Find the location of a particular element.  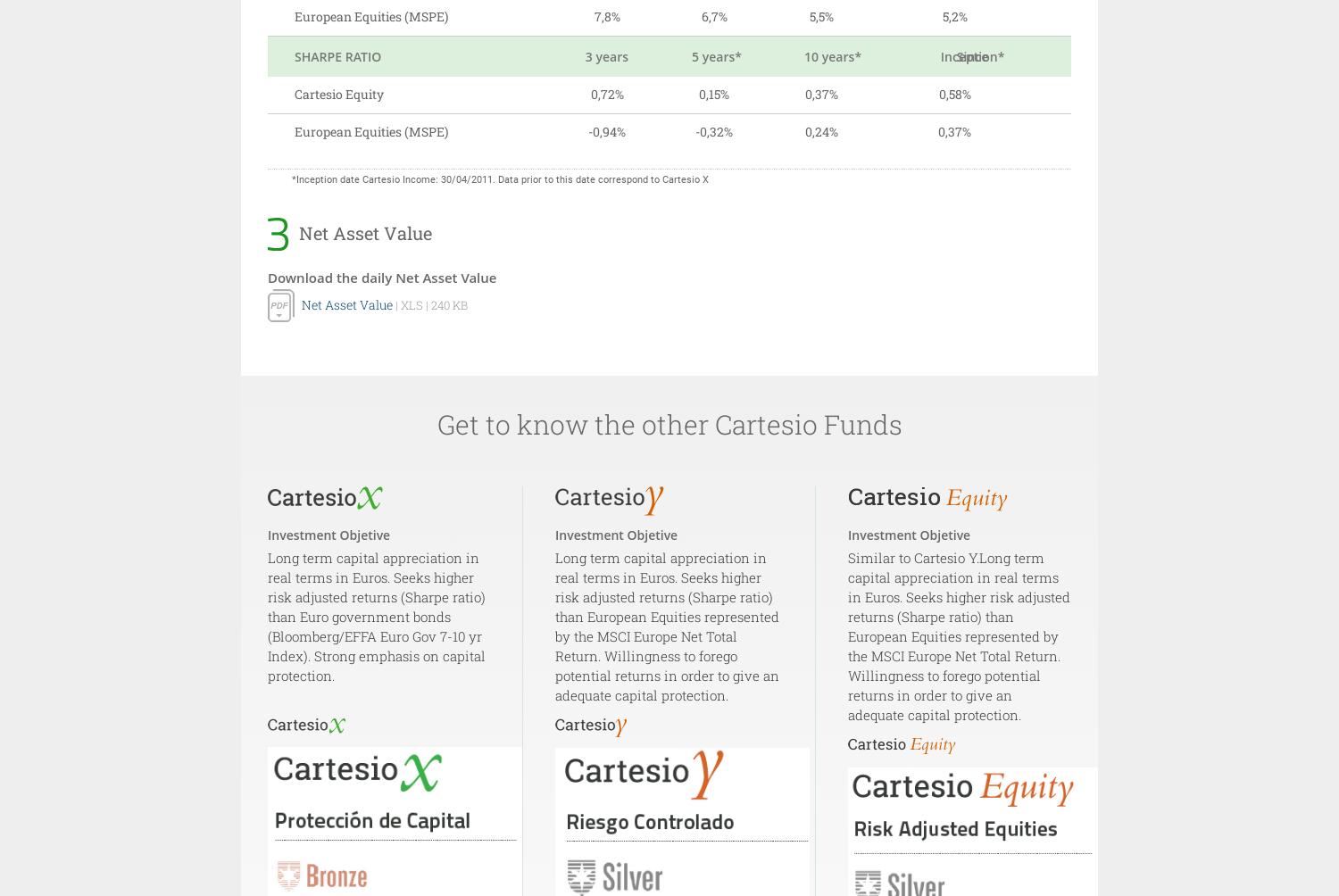

'5 years*' is located at coordinates (692, 56).